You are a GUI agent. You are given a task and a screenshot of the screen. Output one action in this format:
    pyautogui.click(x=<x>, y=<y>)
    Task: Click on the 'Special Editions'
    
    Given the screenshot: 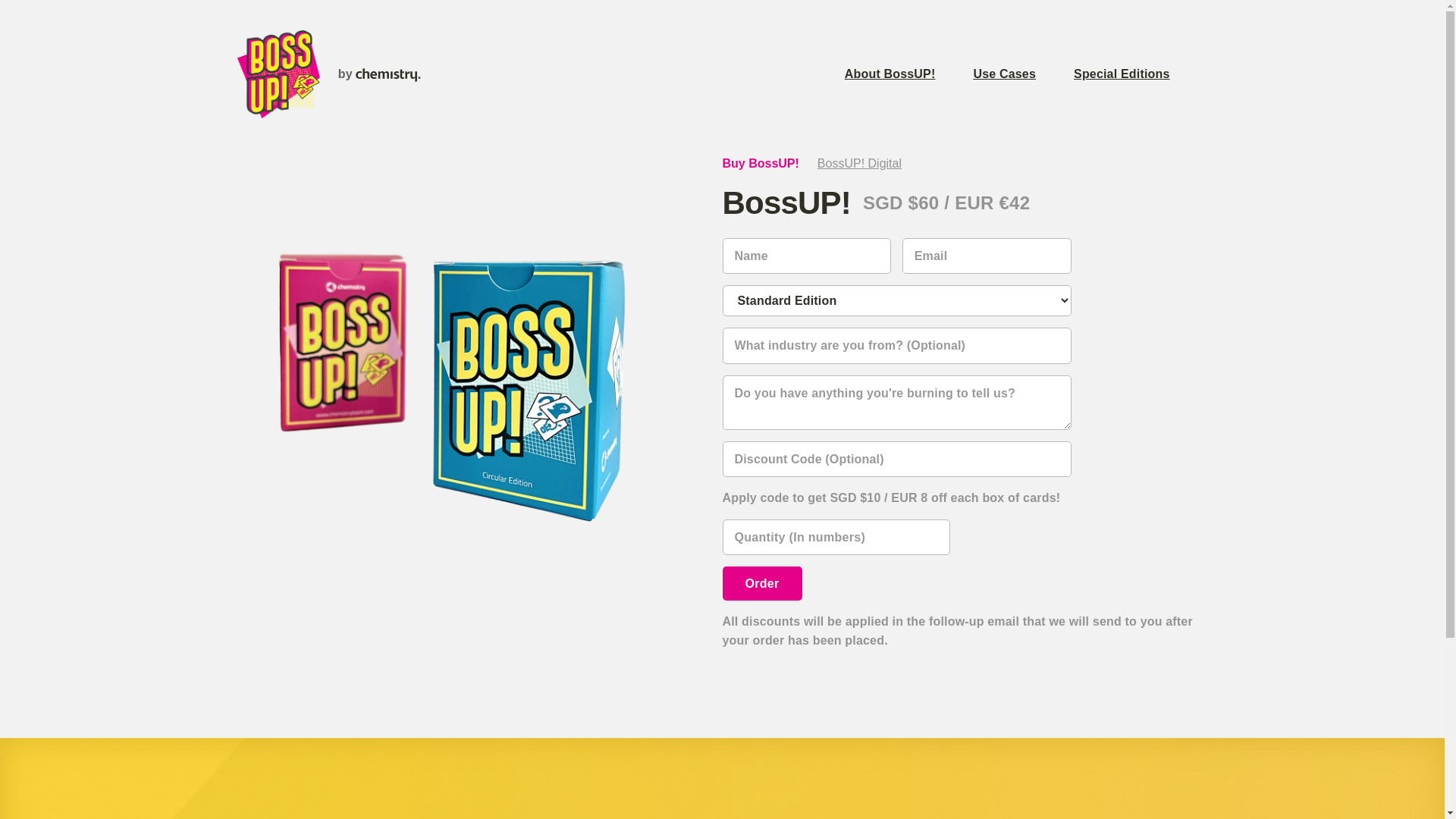 What is the action you would take?
    pyautogui.click(x=1140, y=74)
    